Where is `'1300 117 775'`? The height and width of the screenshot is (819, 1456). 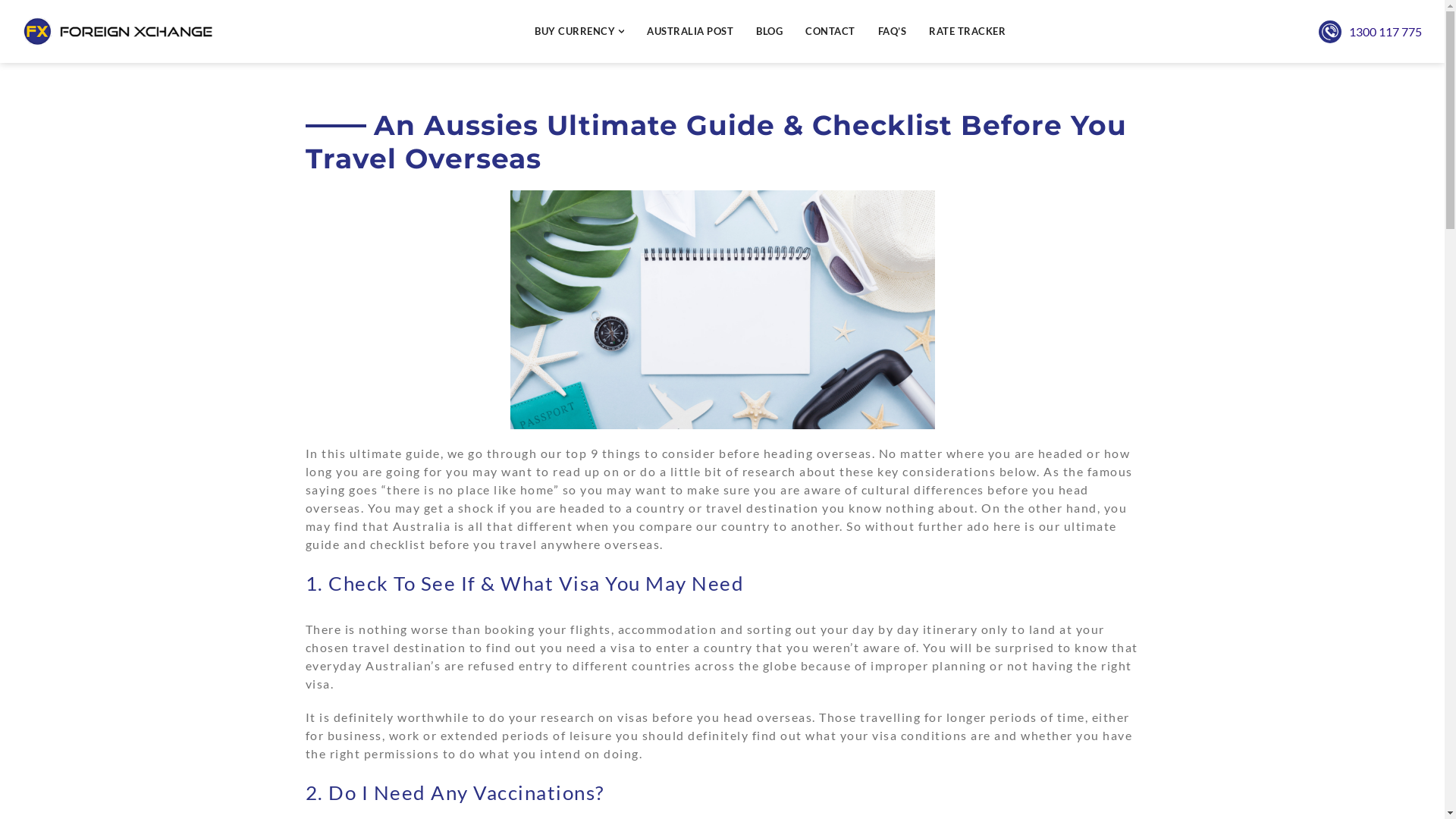 '1300 117 775' is located at coordinates (1349, 31).